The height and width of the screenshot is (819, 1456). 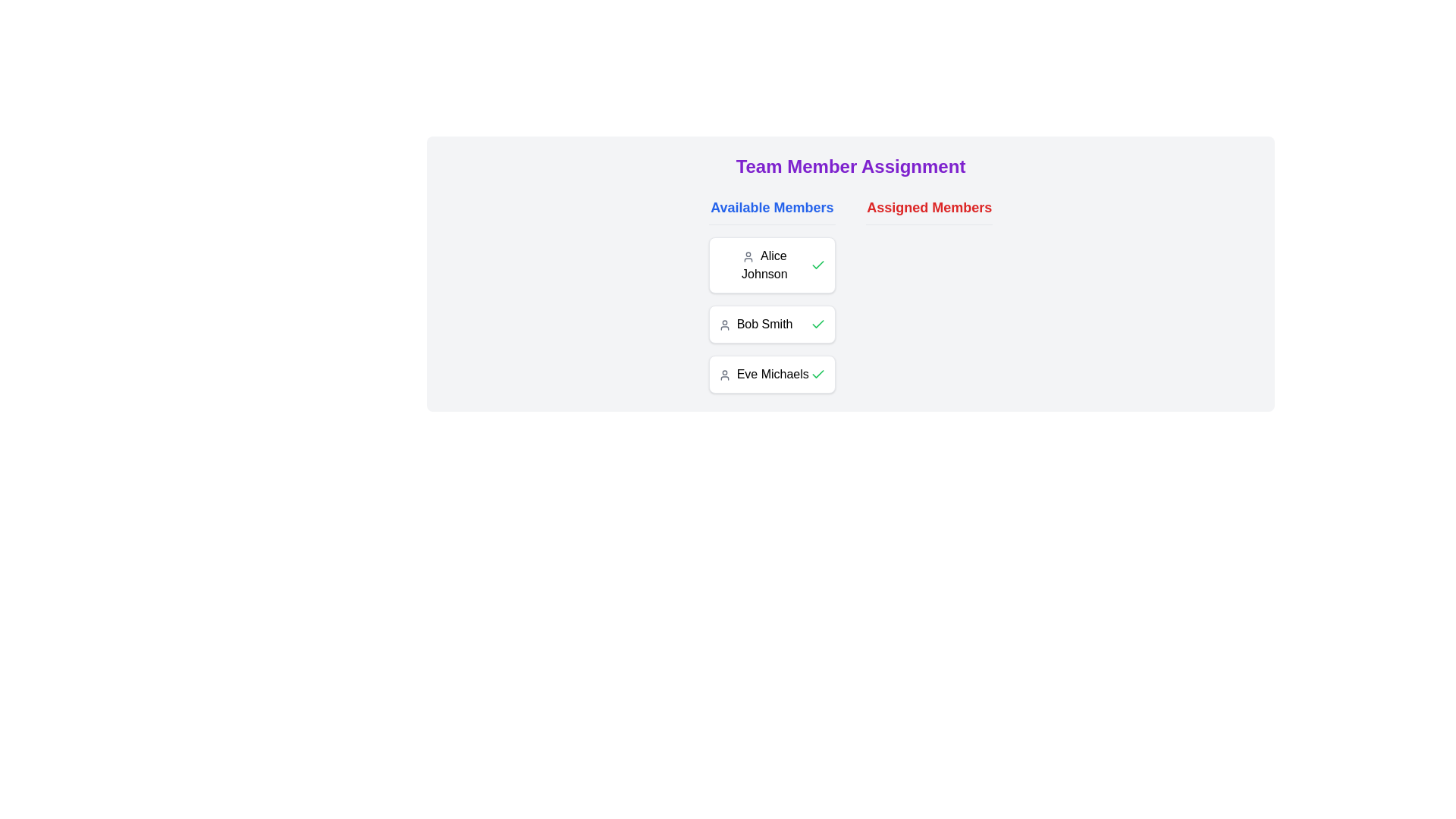 What do you see at coordinates (817, 374) in the screenshot?
I see `the green checkmark icon located in the rightmost part of the user card for 'Eve Michaels' to confirm or select` at bounding box center [817, 374].